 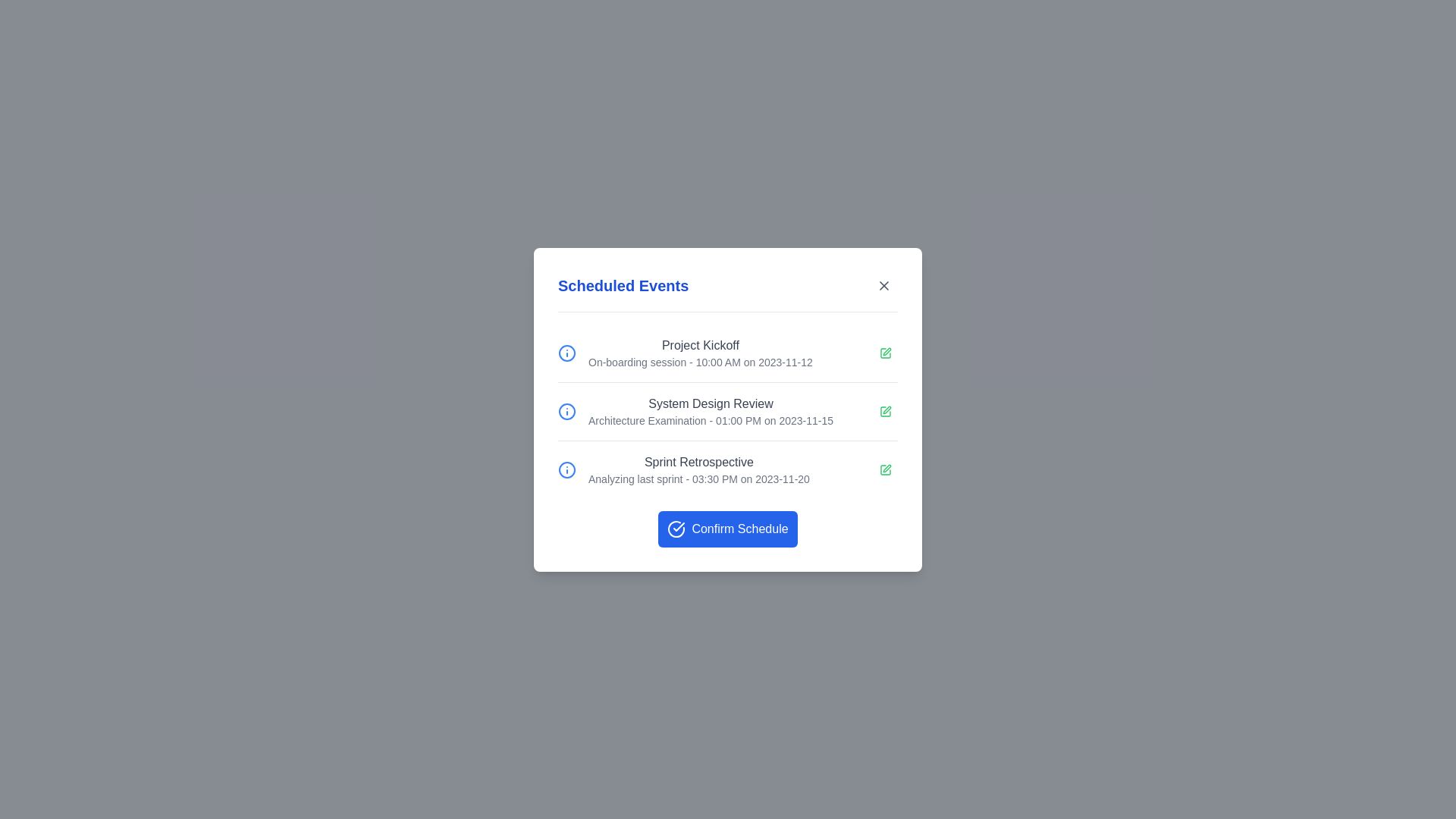 What do you see at coordinates (885, 353) in the screenshot?
I see `edit button for the event titled 'Project Kickoff'` at bounding box center [885, 353].